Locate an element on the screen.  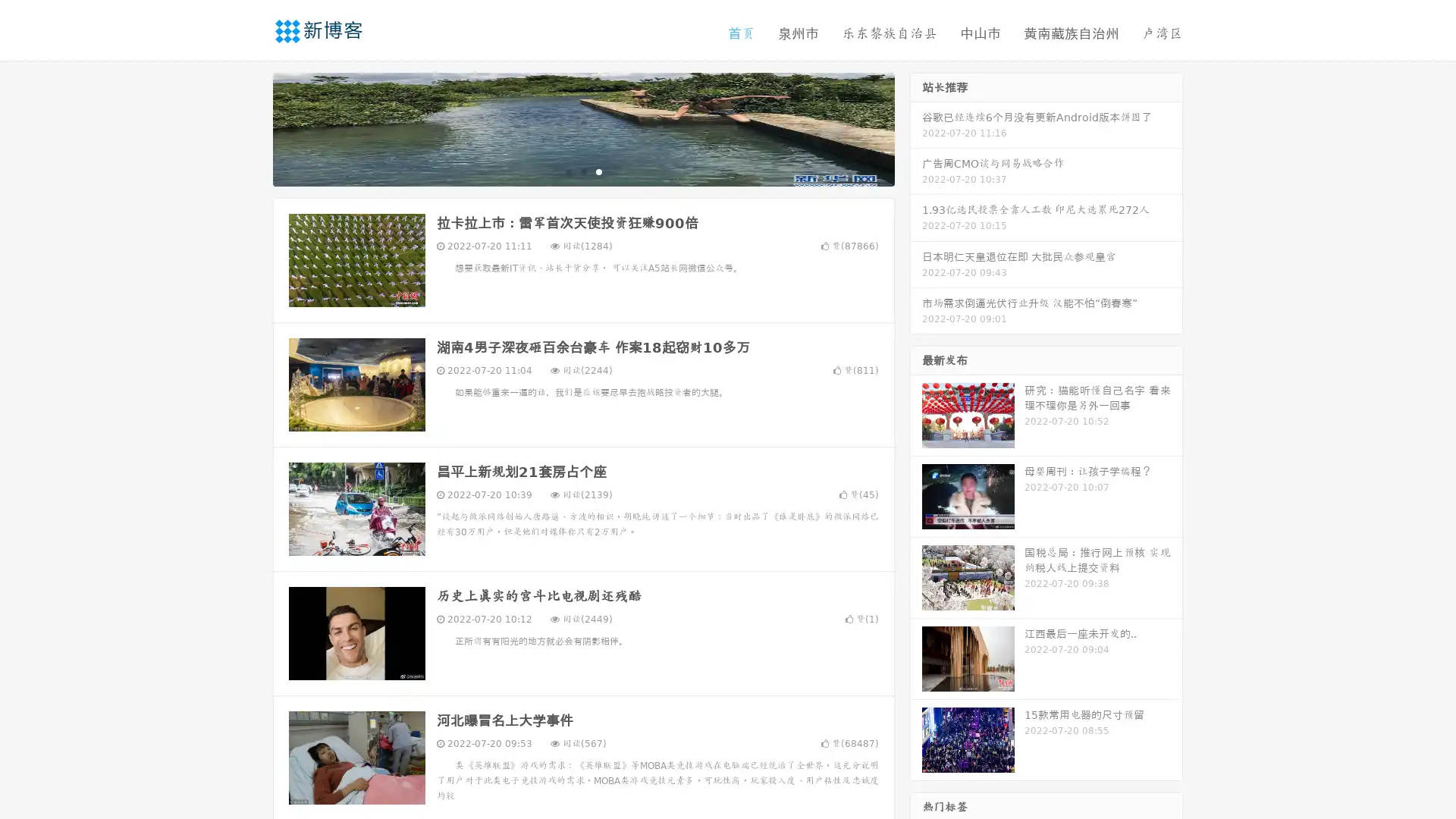
Previous slide is located at coordinates (250, 127).